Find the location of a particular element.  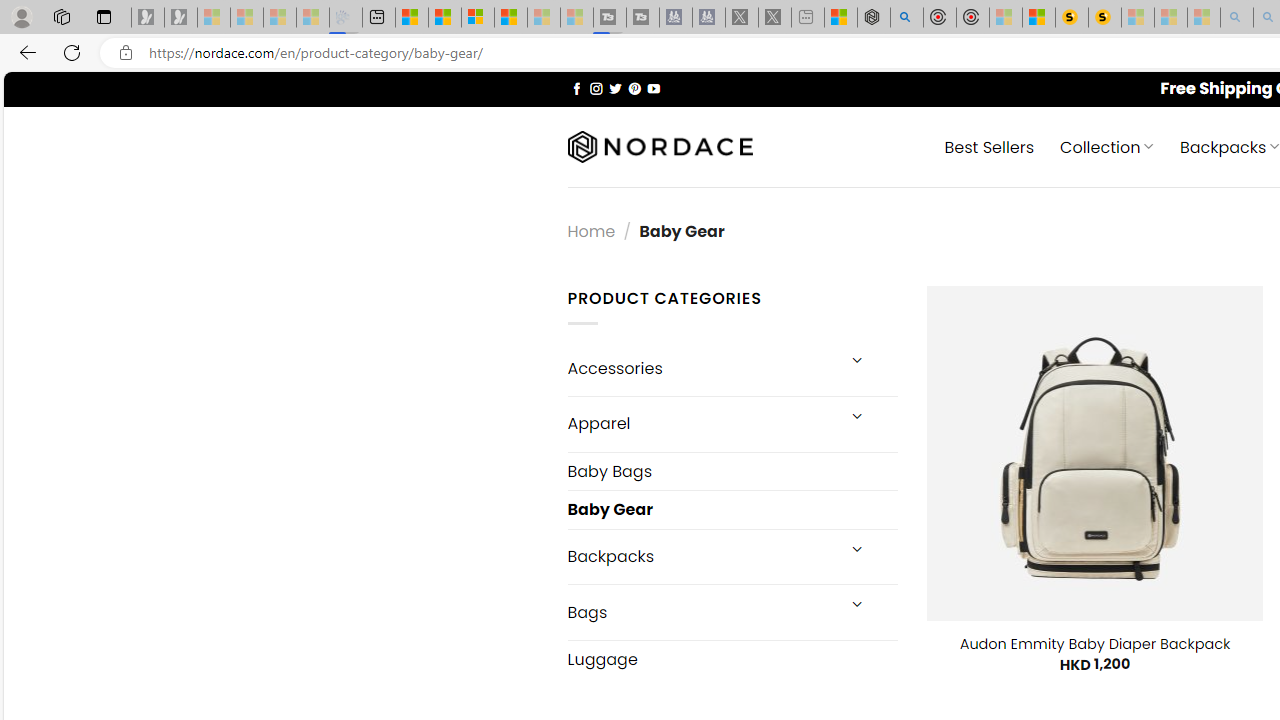

'  Best Sellers' is located at coordinates (990, 145).